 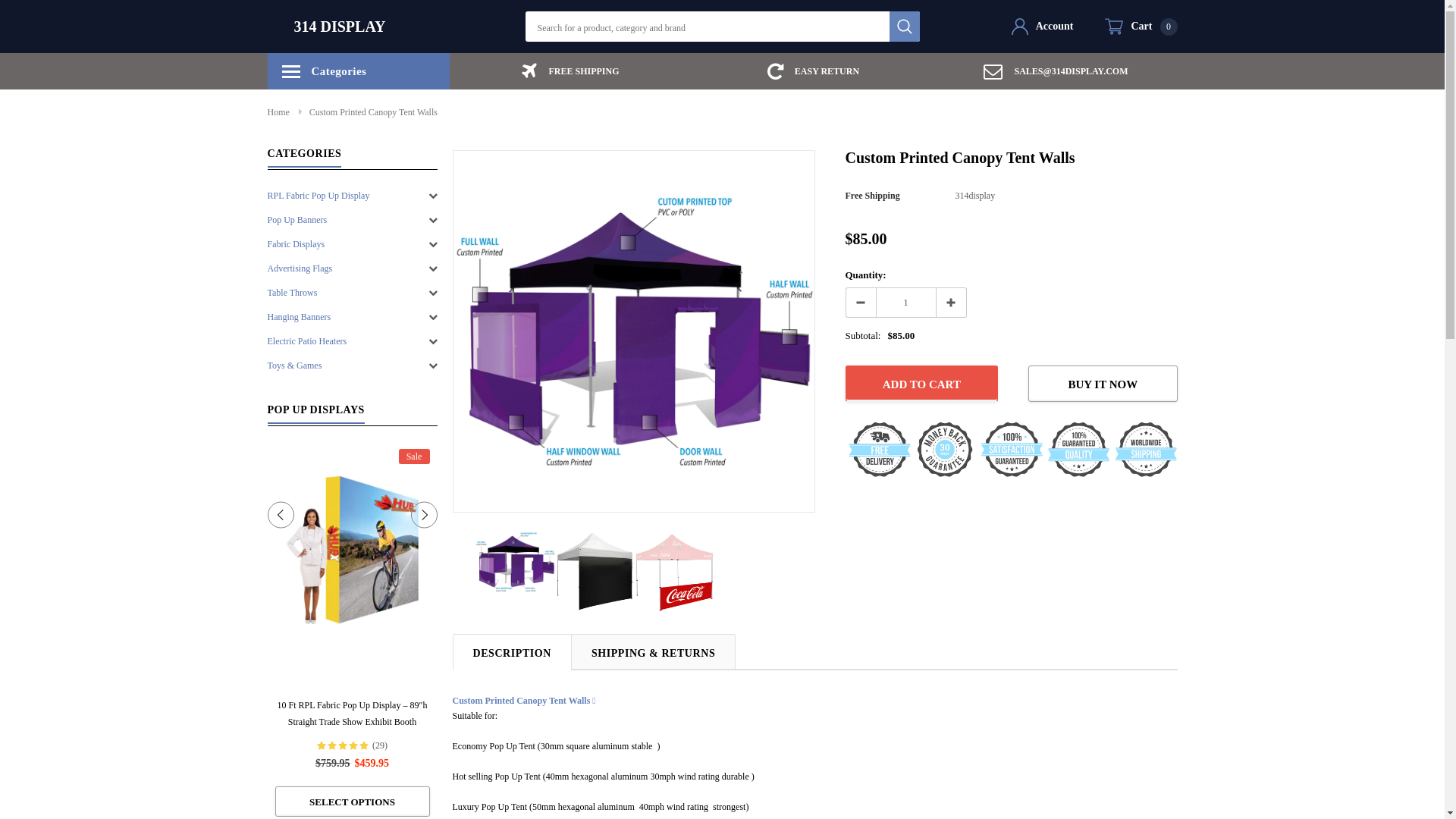 I want to click on 'Account', so click(x=1012, y=26).